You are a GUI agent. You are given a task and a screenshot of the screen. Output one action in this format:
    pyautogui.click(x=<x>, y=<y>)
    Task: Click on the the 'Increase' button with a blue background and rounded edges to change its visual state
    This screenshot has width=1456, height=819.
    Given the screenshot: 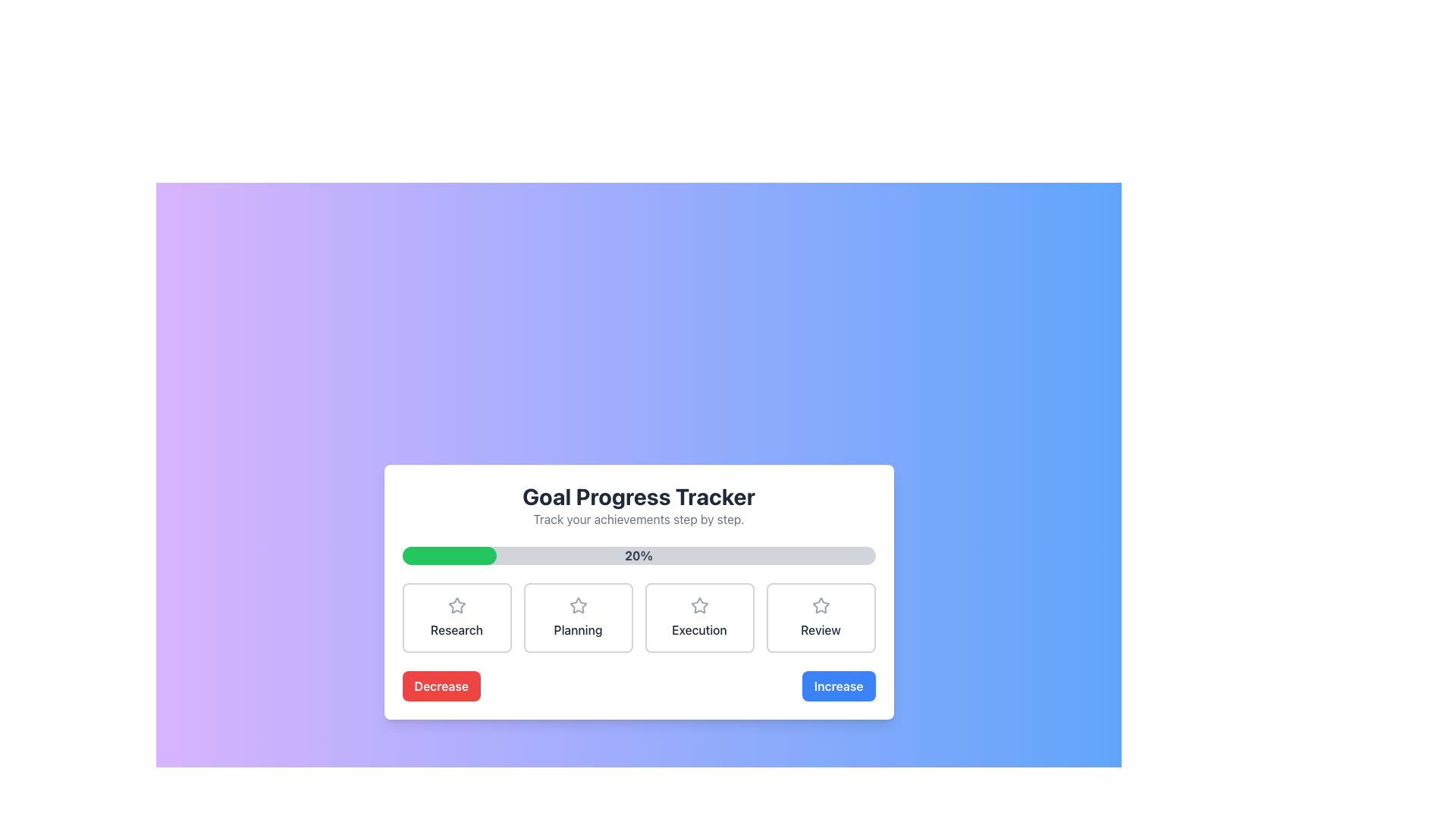 What is the action you would take?
    pyautogui.click(x=838, y=686)
    